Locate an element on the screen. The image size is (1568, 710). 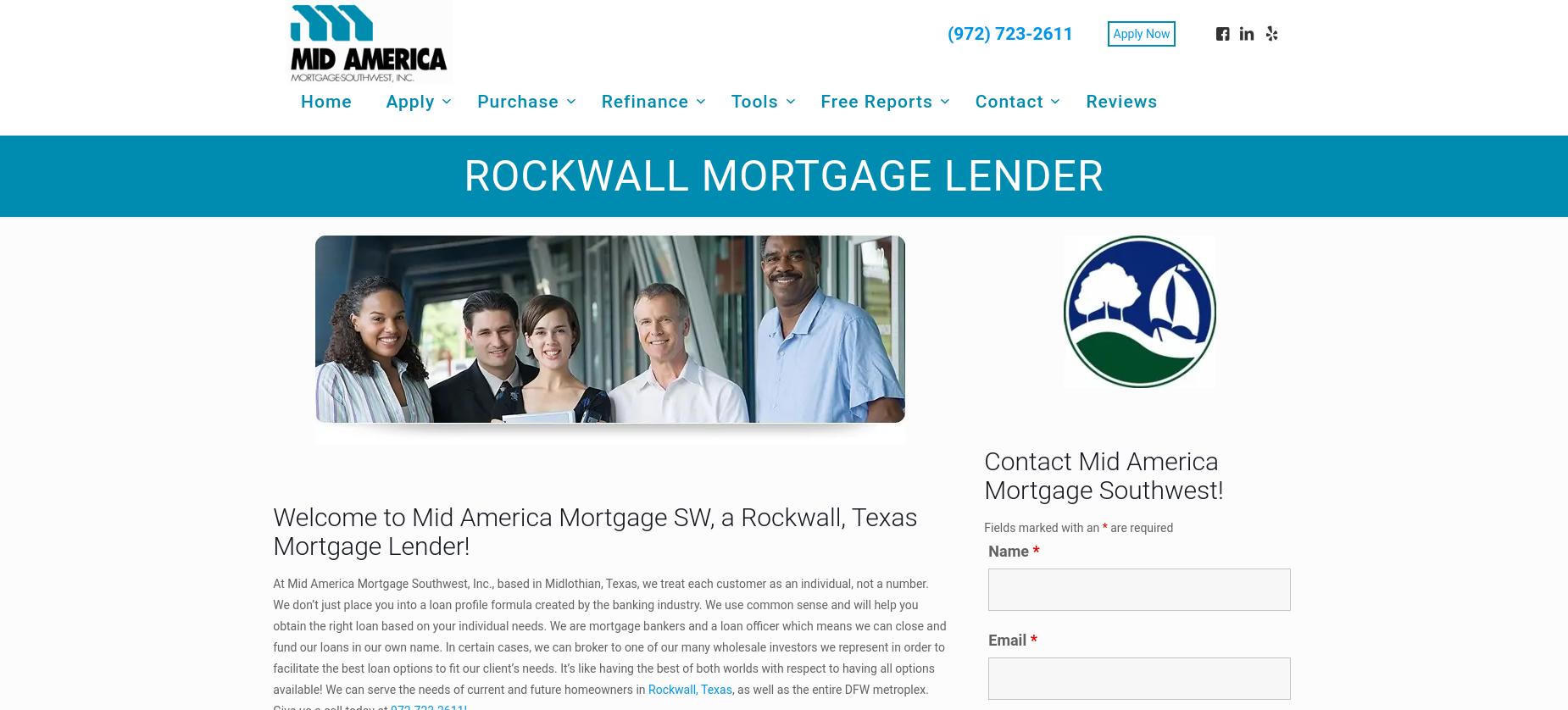
'Name' is located at coordinates (987, 549).